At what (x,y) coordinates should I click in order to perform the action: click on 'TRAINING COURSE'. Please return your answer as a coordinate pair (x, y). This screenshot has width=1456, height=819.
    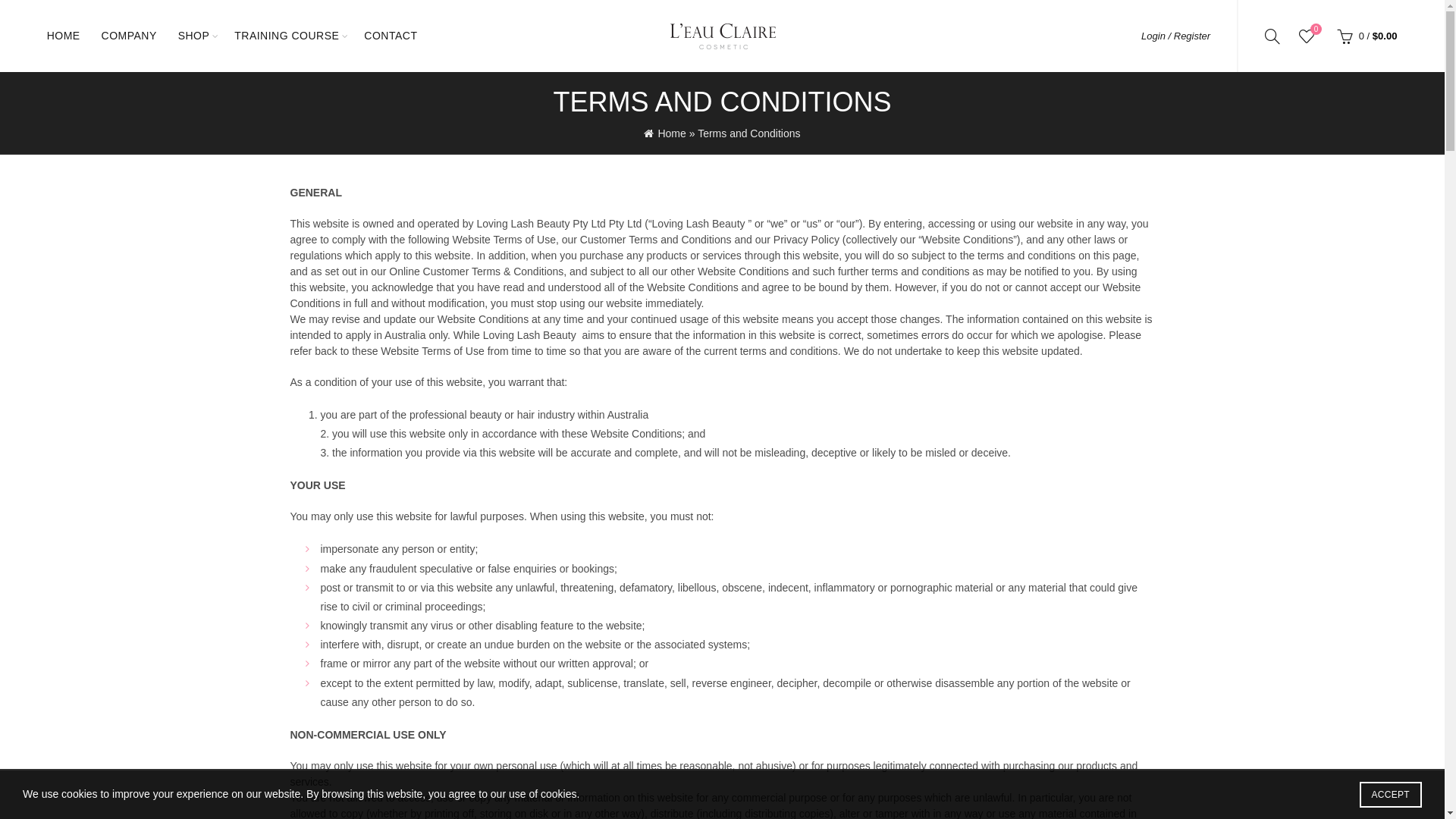
    Looking at the image, I should click on (224, 35).